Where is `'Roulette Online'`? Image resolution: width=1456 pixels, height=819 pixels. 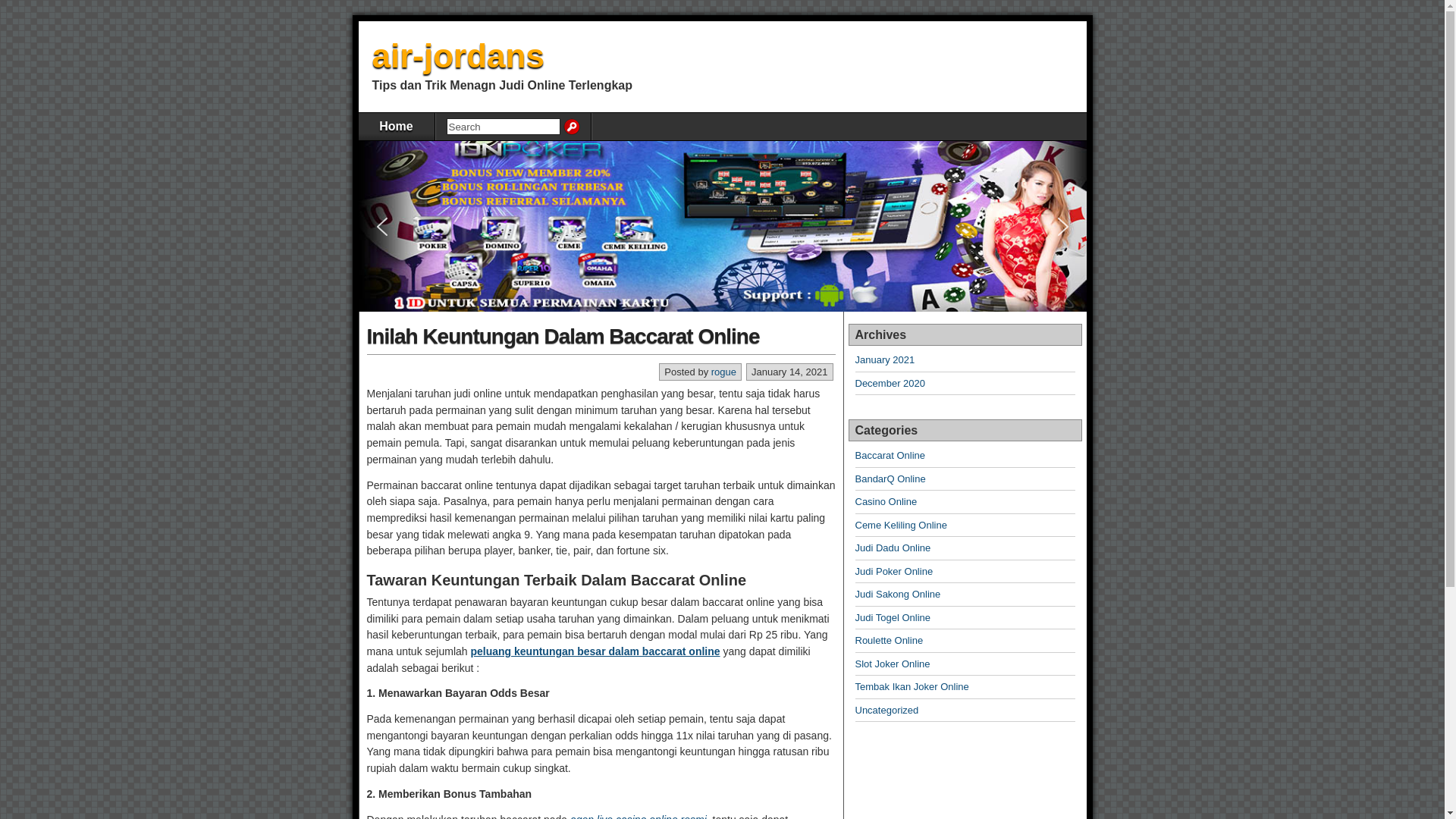
'Roulette Online' is located at coordinates (889, 640).